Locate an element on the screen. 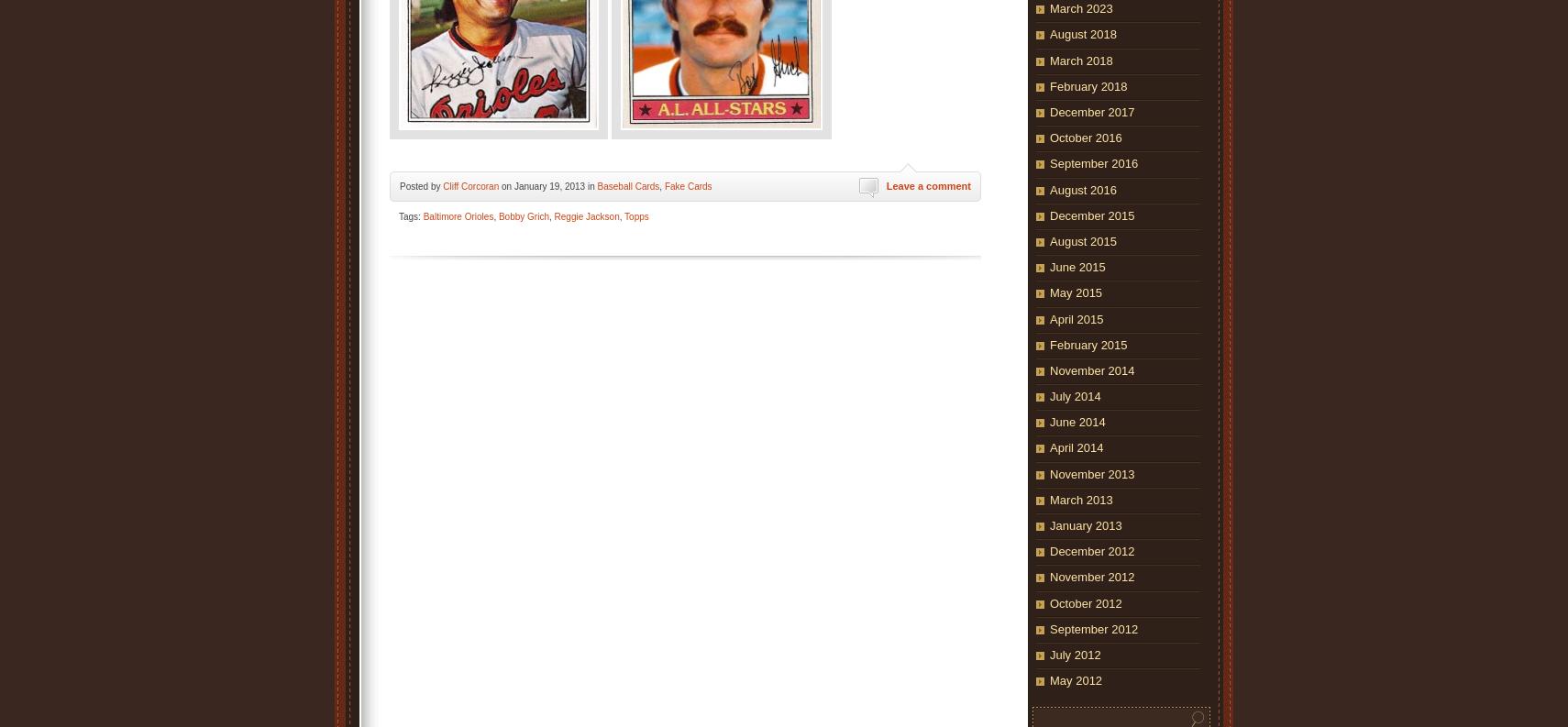 The height and width of the screenshot is (727, 1568). 'August 2015' is located at coordinates (1082, 240).